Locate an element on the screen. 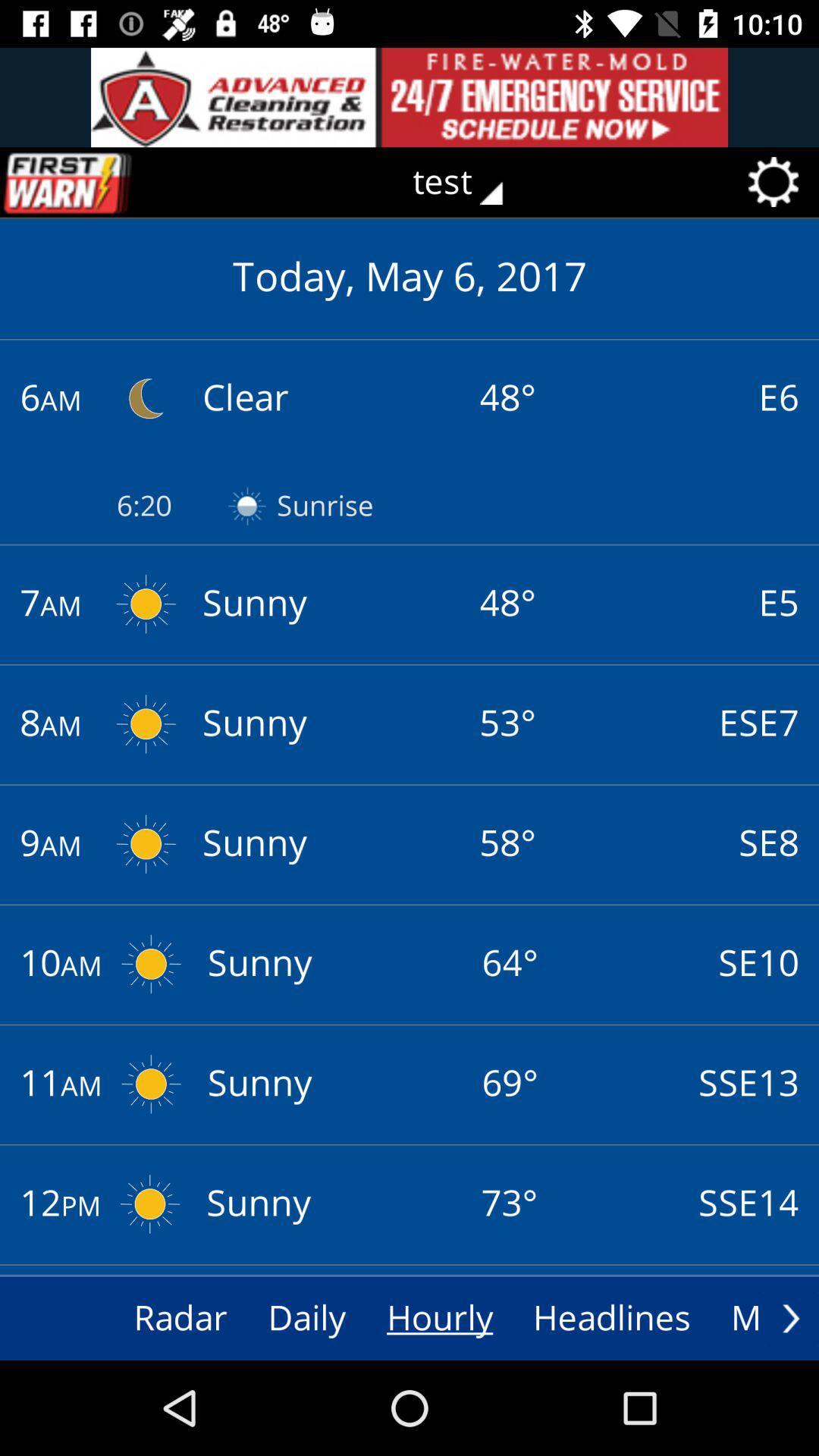 This screenshot has width=819, height=1456. the arrow_forward icon is located at coordinates (790, 1317).